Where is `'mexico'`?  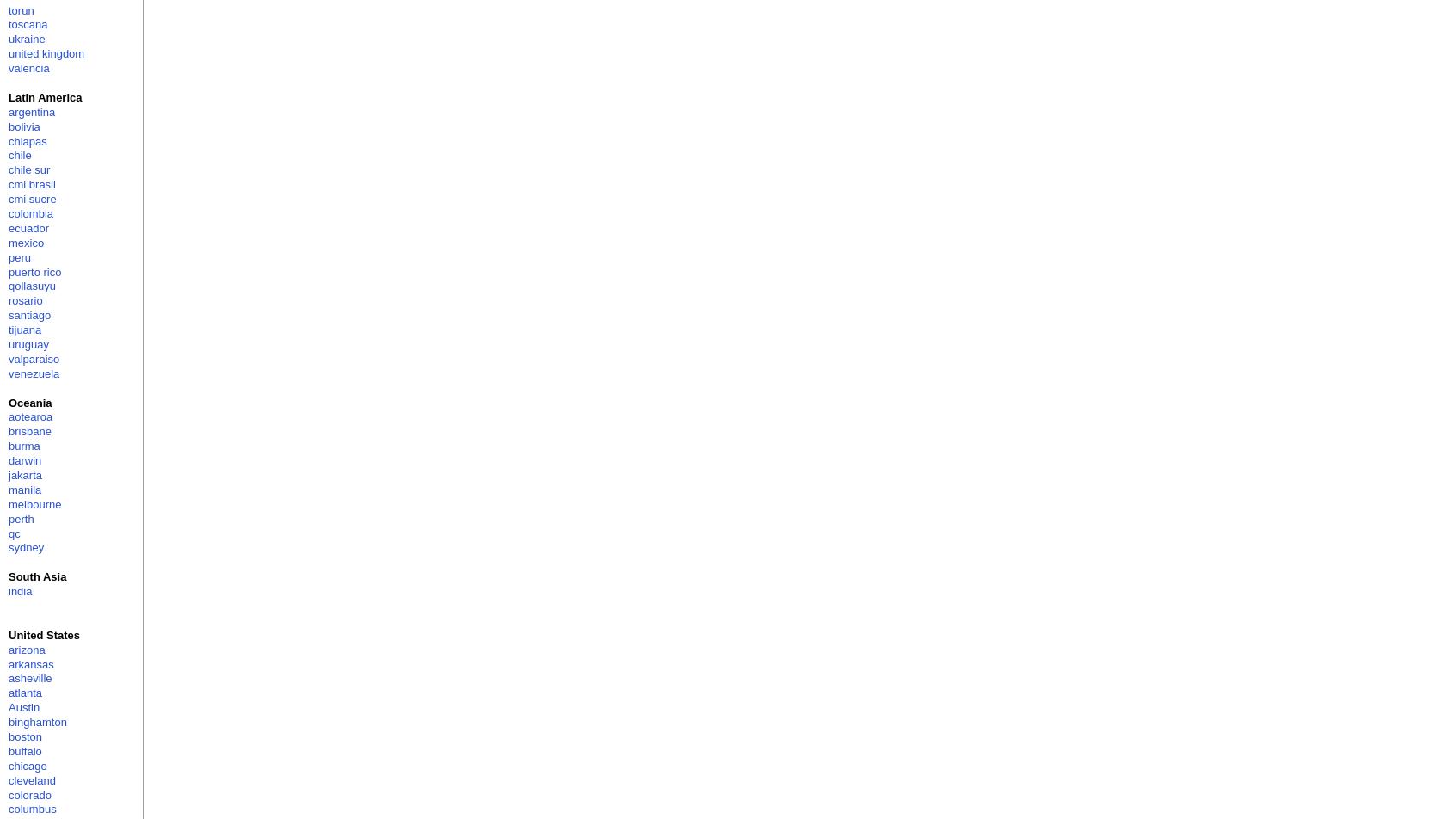
'mexico' is located at coordinates (25, 242).